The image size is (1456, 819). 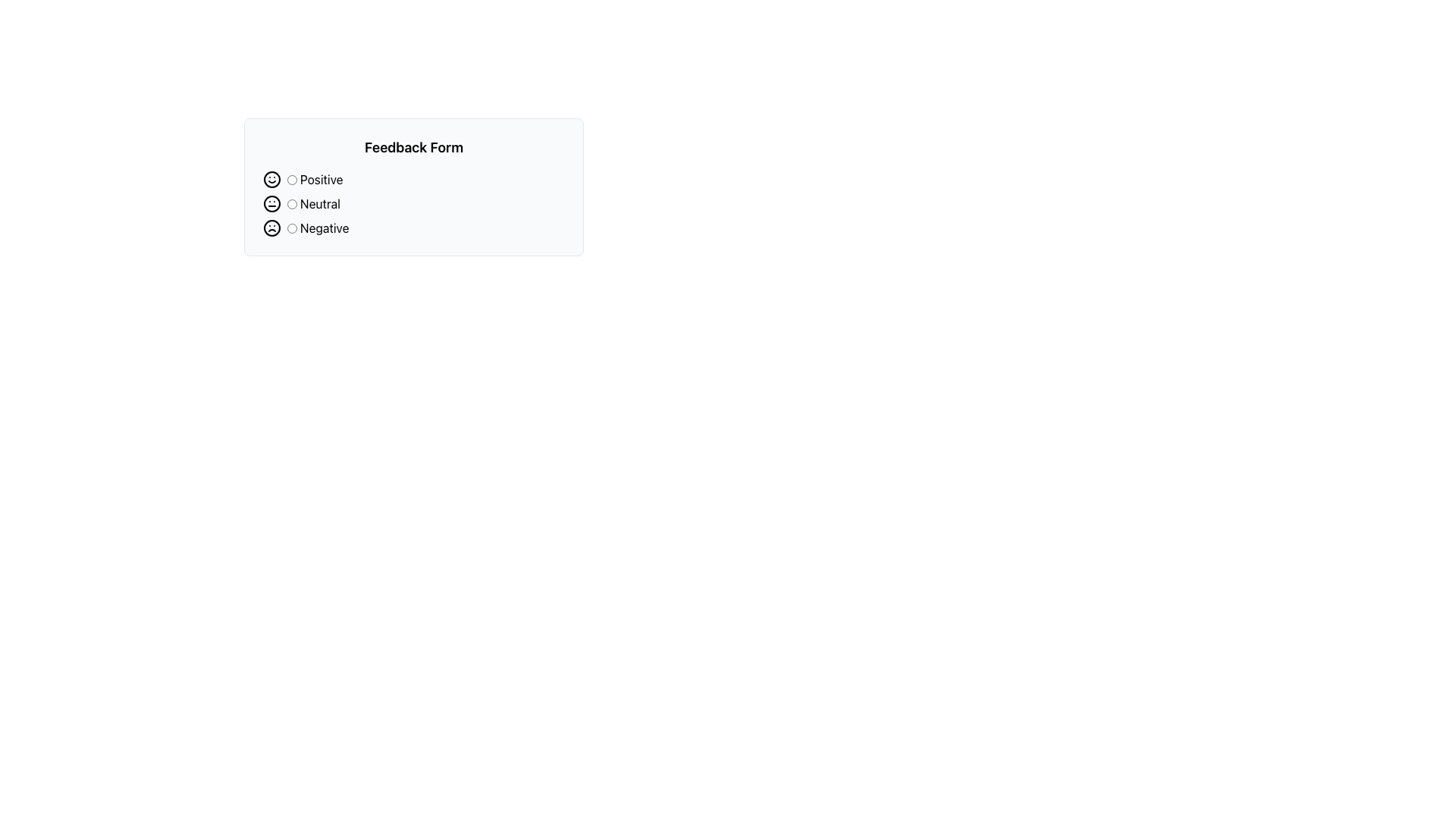 What do you see at coordinates (292, 178) in the screenshot?
I see `the unselected radio button next to the text 'Positive'` at bounding box center [292, 178].